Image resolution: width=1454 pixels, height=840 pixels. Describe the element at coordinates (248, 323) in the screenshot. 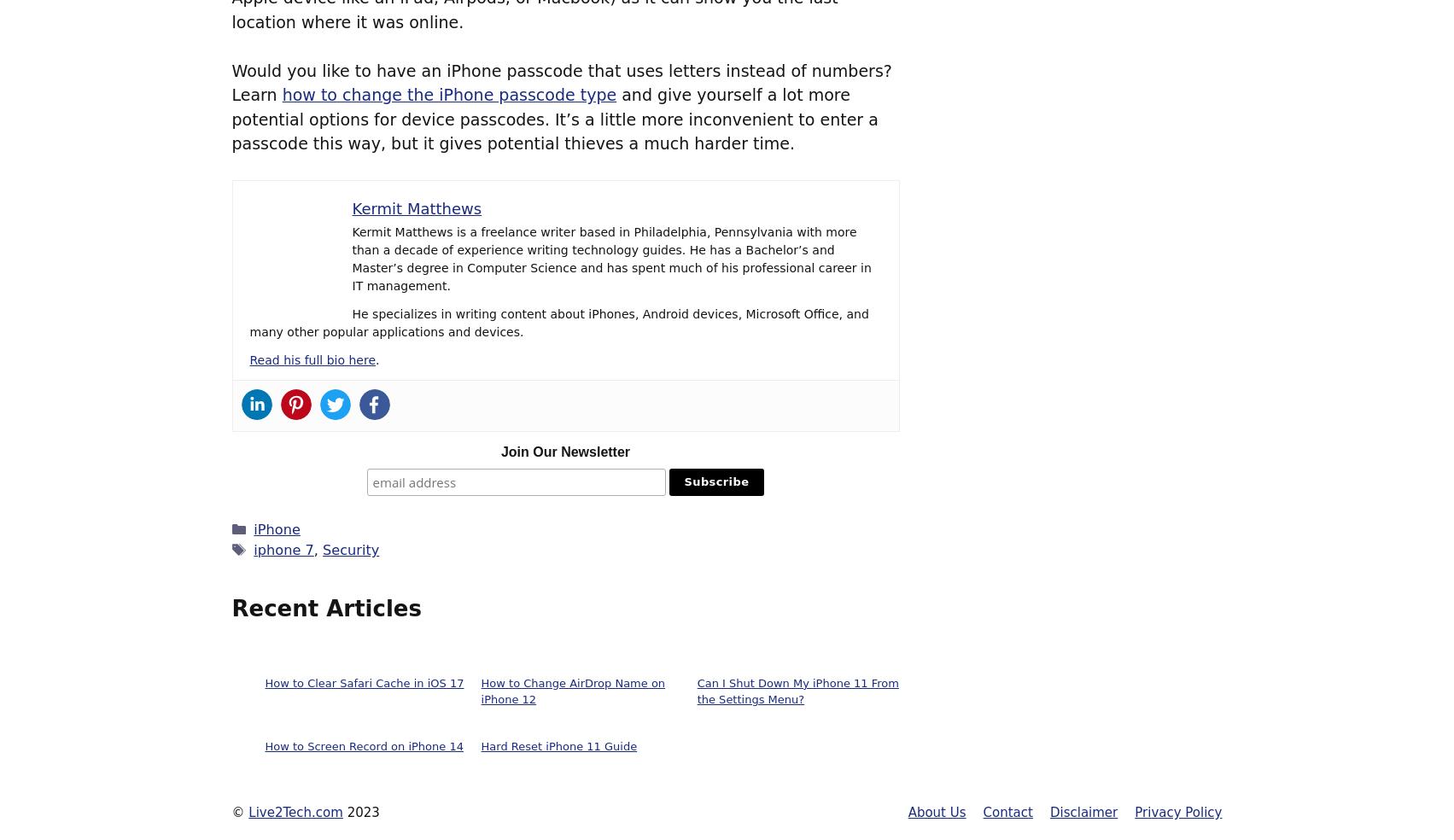

I see `'He specializes in writing content about iPhones, Android devices, Microsoft Office, and many other popular applications and devices.'` at that location.